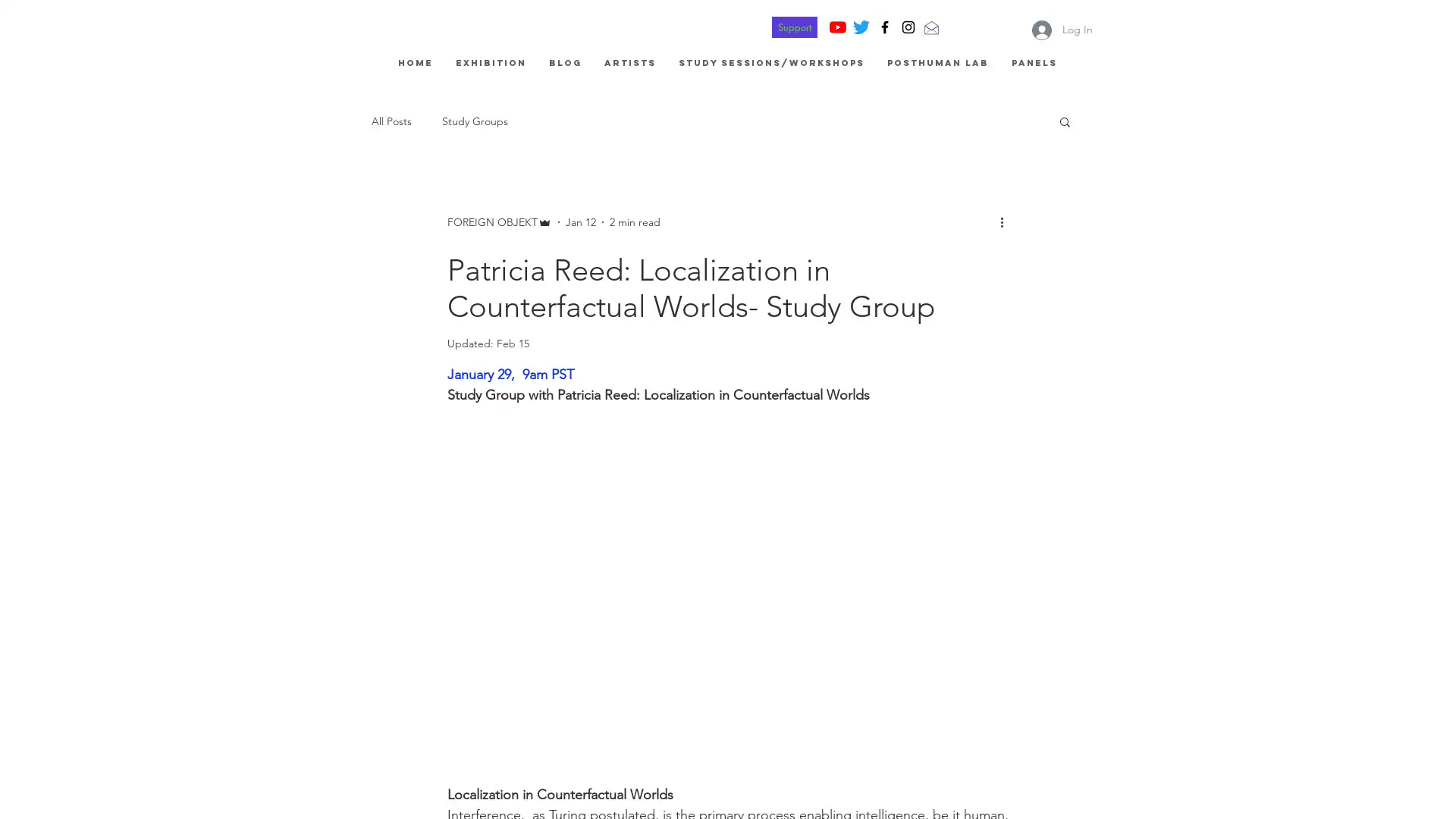 This screenshot has width=1456, height=819. What do you see at coordinates (1006, 221) in the screenshot?
I see `More actions` at bounding box center [1006, 221].